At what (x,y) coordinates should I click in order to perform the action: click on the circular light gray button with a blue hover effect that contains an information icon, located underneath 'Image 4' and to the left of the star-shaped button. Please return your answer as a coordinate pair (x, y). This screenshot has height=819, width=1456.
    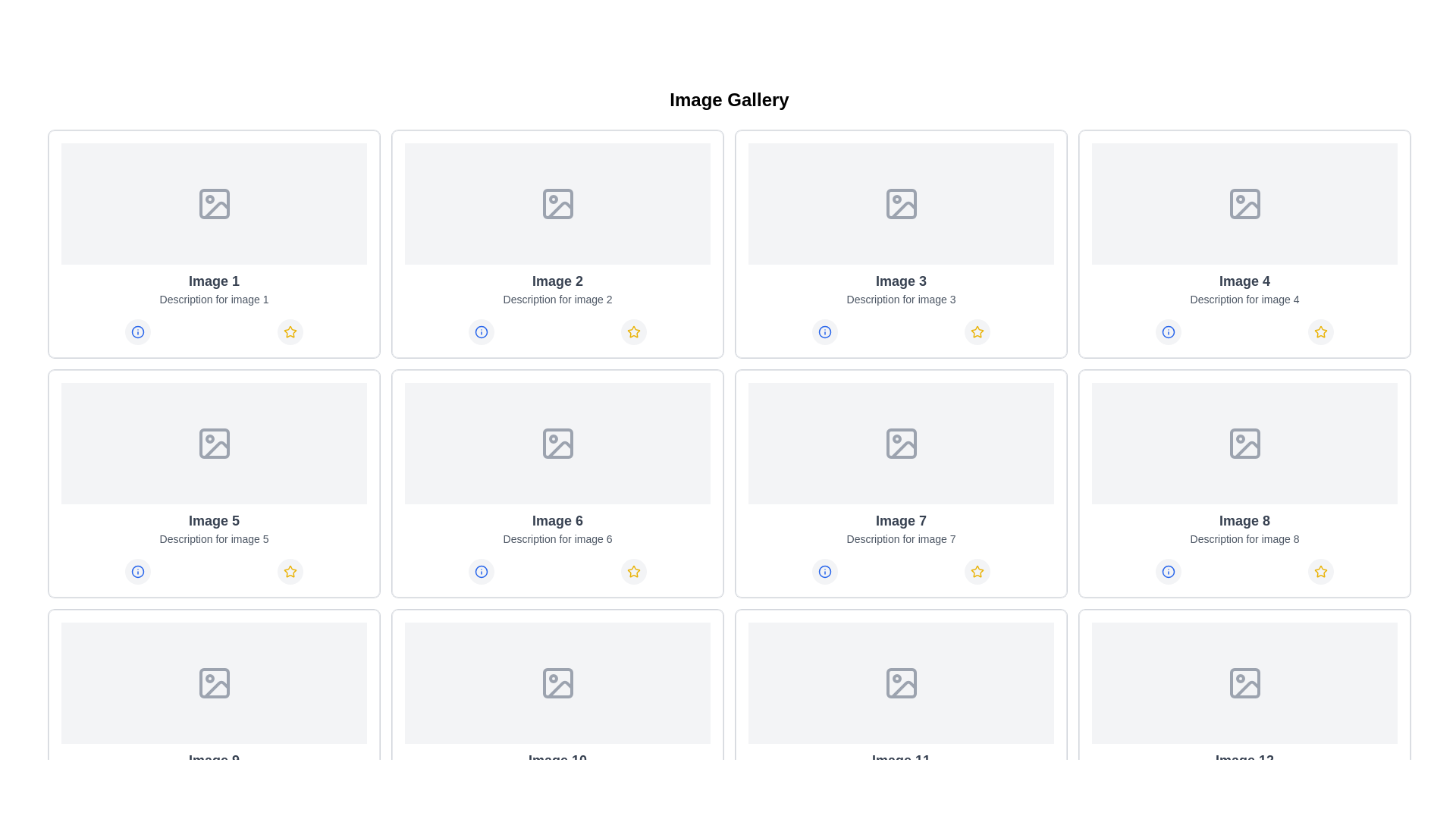
    Looking at the image, I should click on (1167, 331).